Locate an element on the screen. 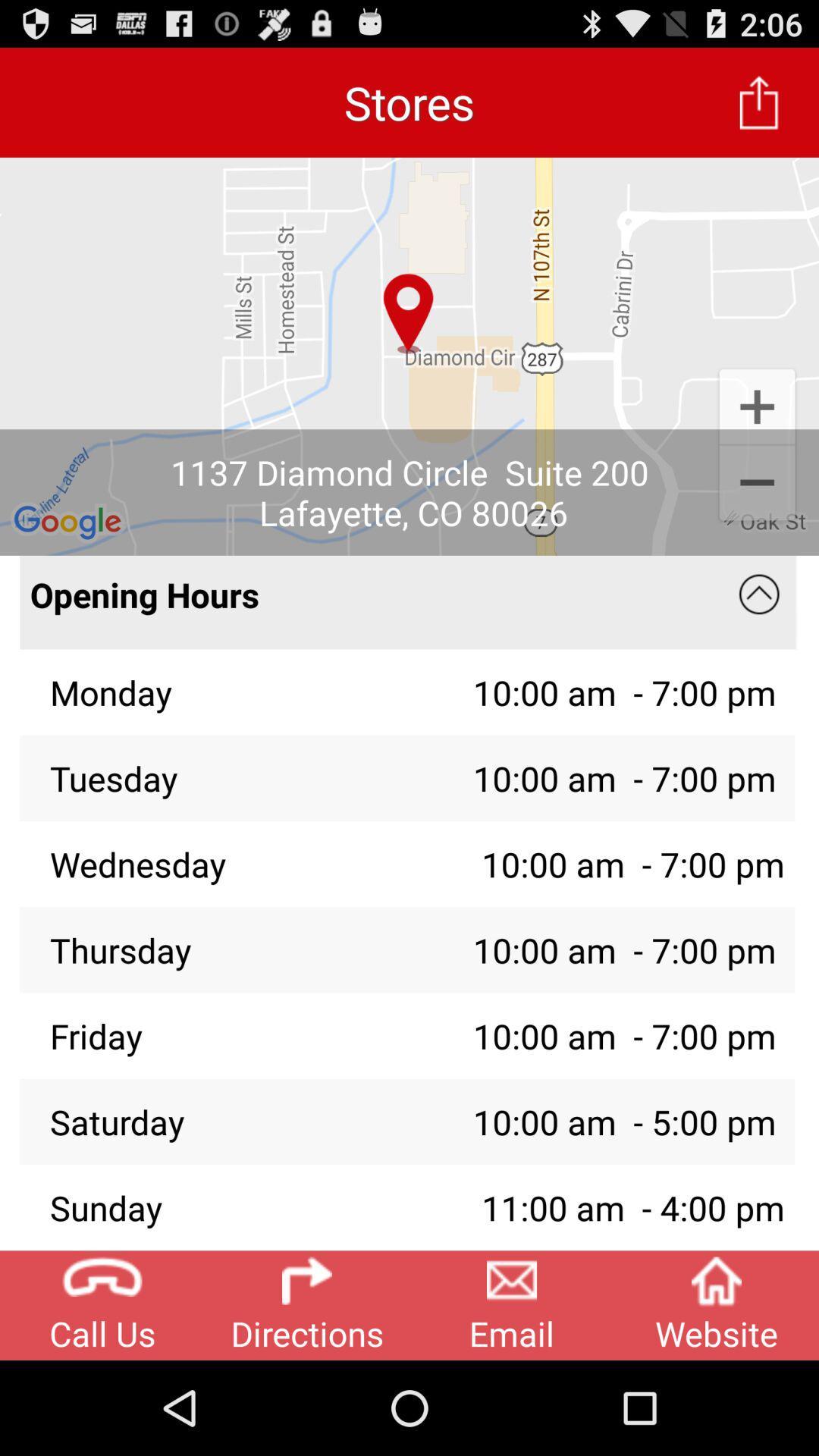 Image resolution: width=819 pixels, height=1456 pixels. app next to the stores item is located at coordinates (759, 102).